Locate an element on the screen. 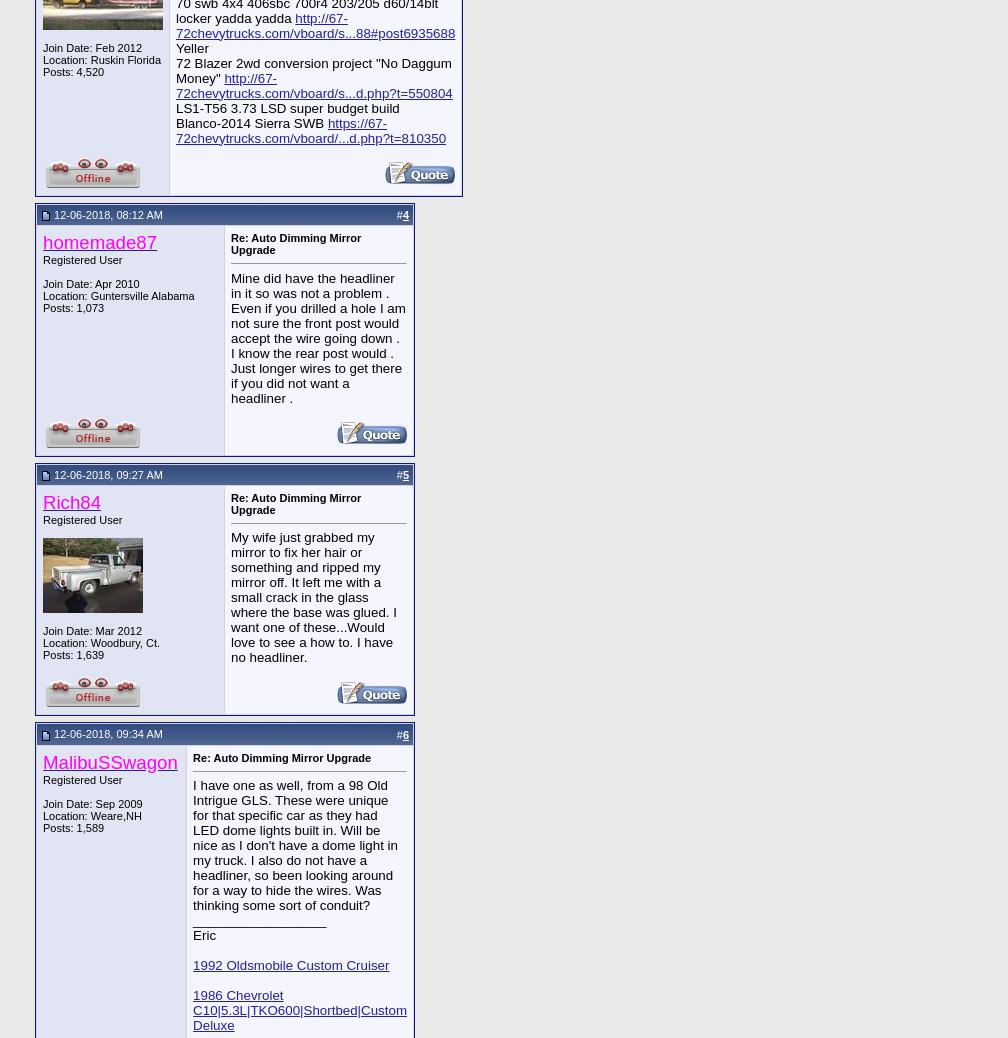 The image size is (1008, 1038). 'Posts: 1,639' is located at coordinates (73, 653).